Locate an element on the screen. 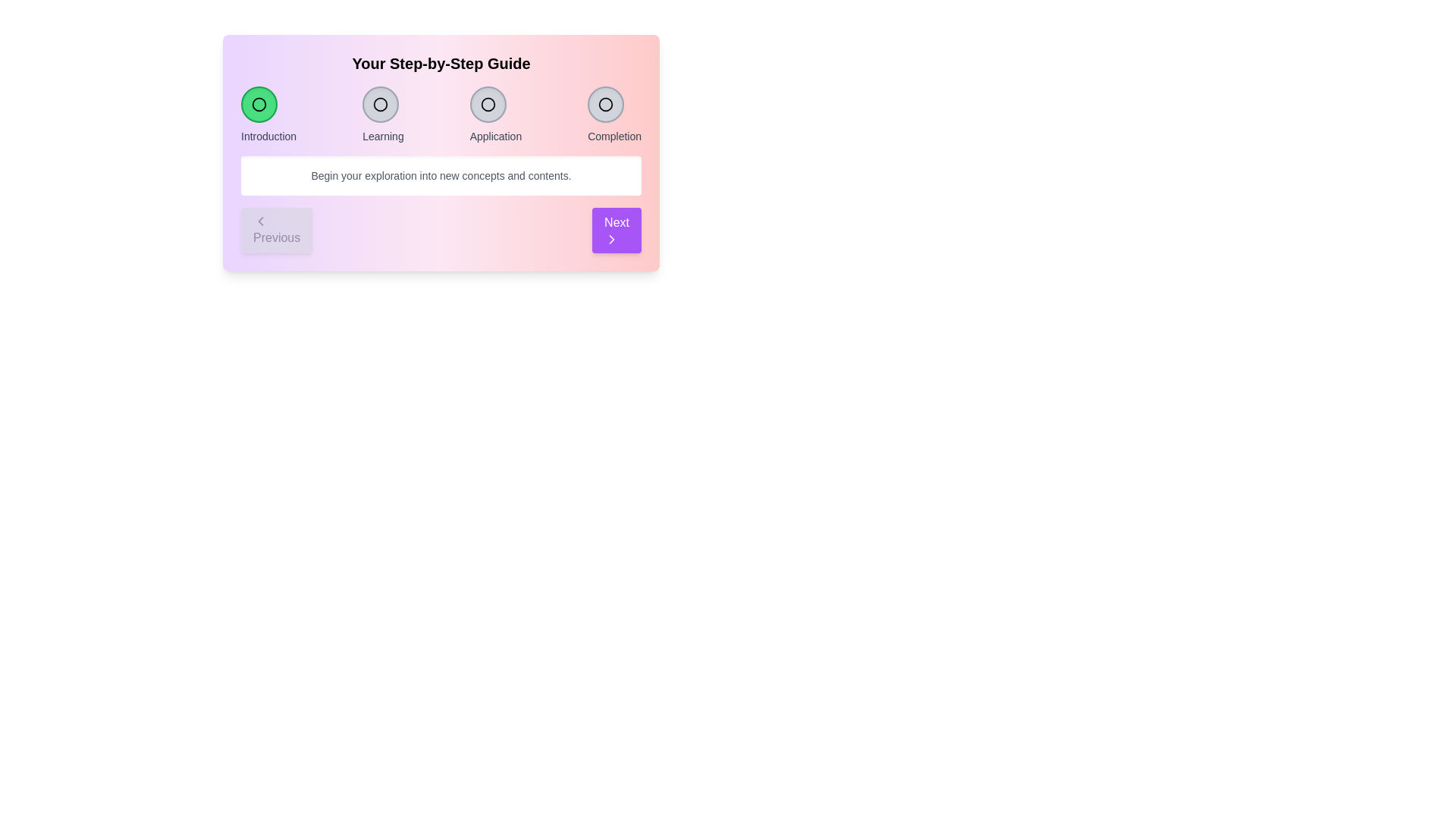 The image size is (1456, 819). the 'Learning' step indicator button, which is the second circular button in a horizontal sequence under the title 'Your Step-by-Step Guide.' is located at coordinates (381, 104).